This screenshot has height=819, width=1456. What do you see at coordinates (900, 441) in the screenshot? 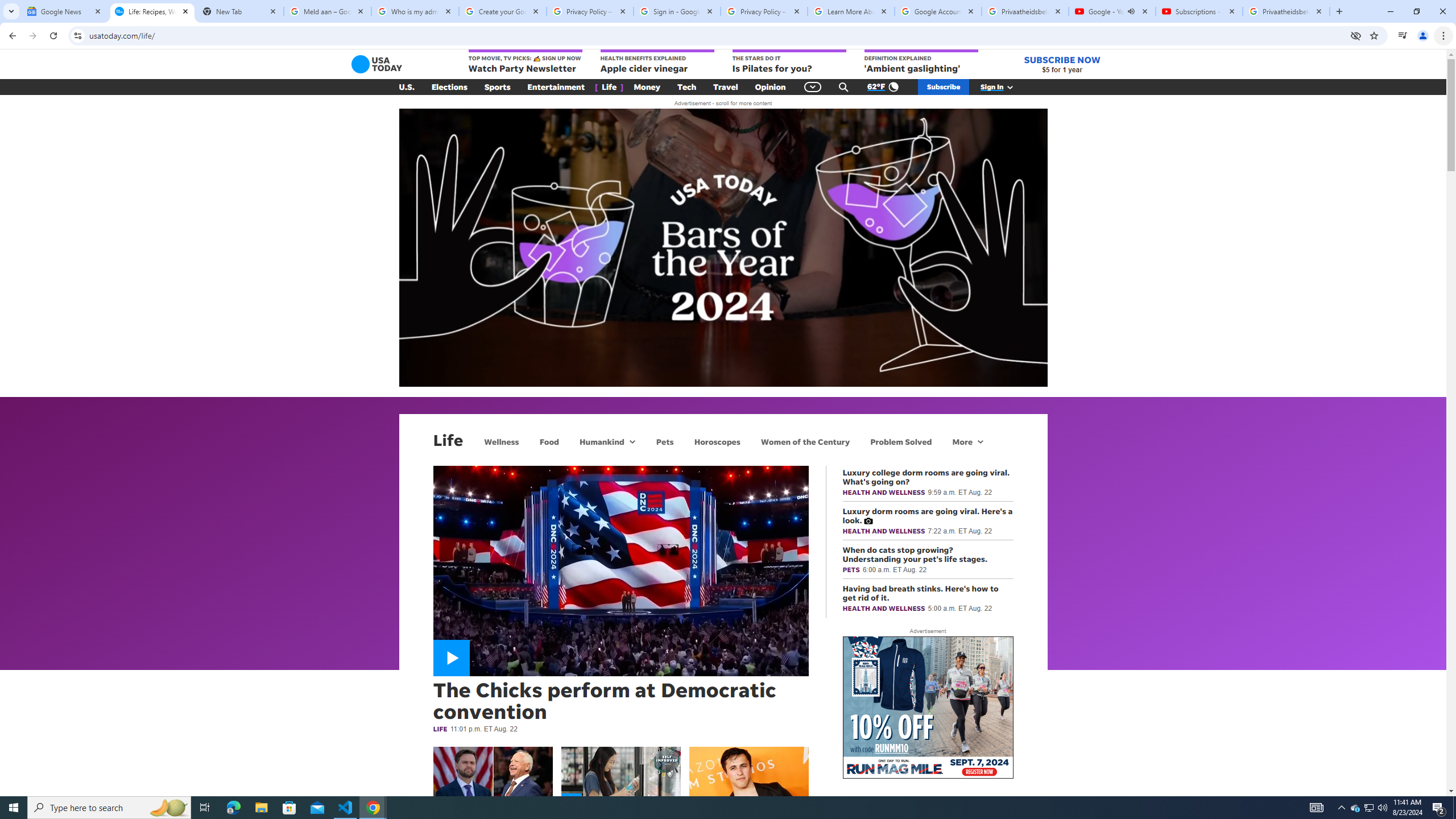
I see `'Problem Solved'` at bounding box center [900, 441].